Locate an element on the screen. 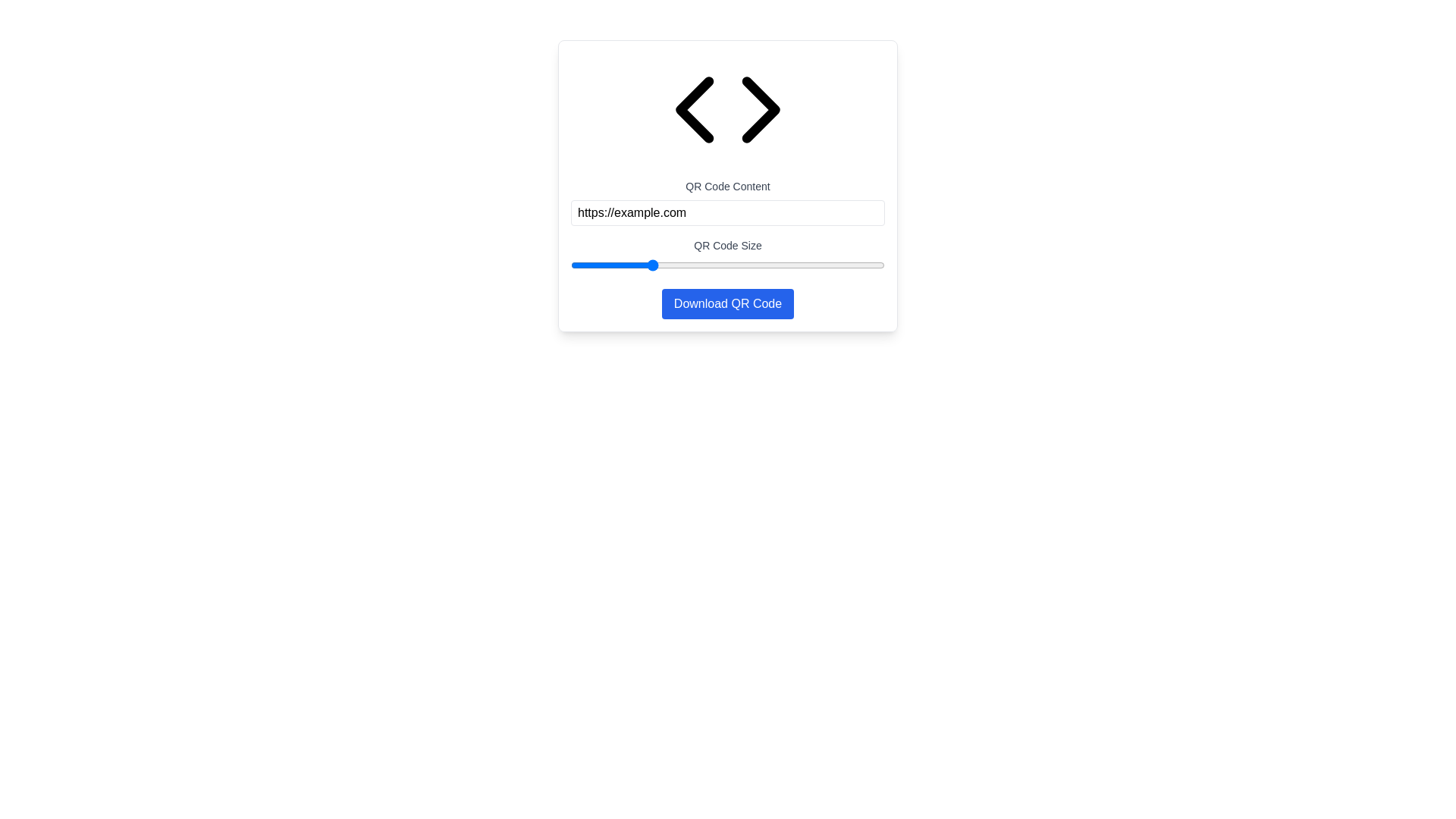  the QR code size is located at coordinates (761, 265).